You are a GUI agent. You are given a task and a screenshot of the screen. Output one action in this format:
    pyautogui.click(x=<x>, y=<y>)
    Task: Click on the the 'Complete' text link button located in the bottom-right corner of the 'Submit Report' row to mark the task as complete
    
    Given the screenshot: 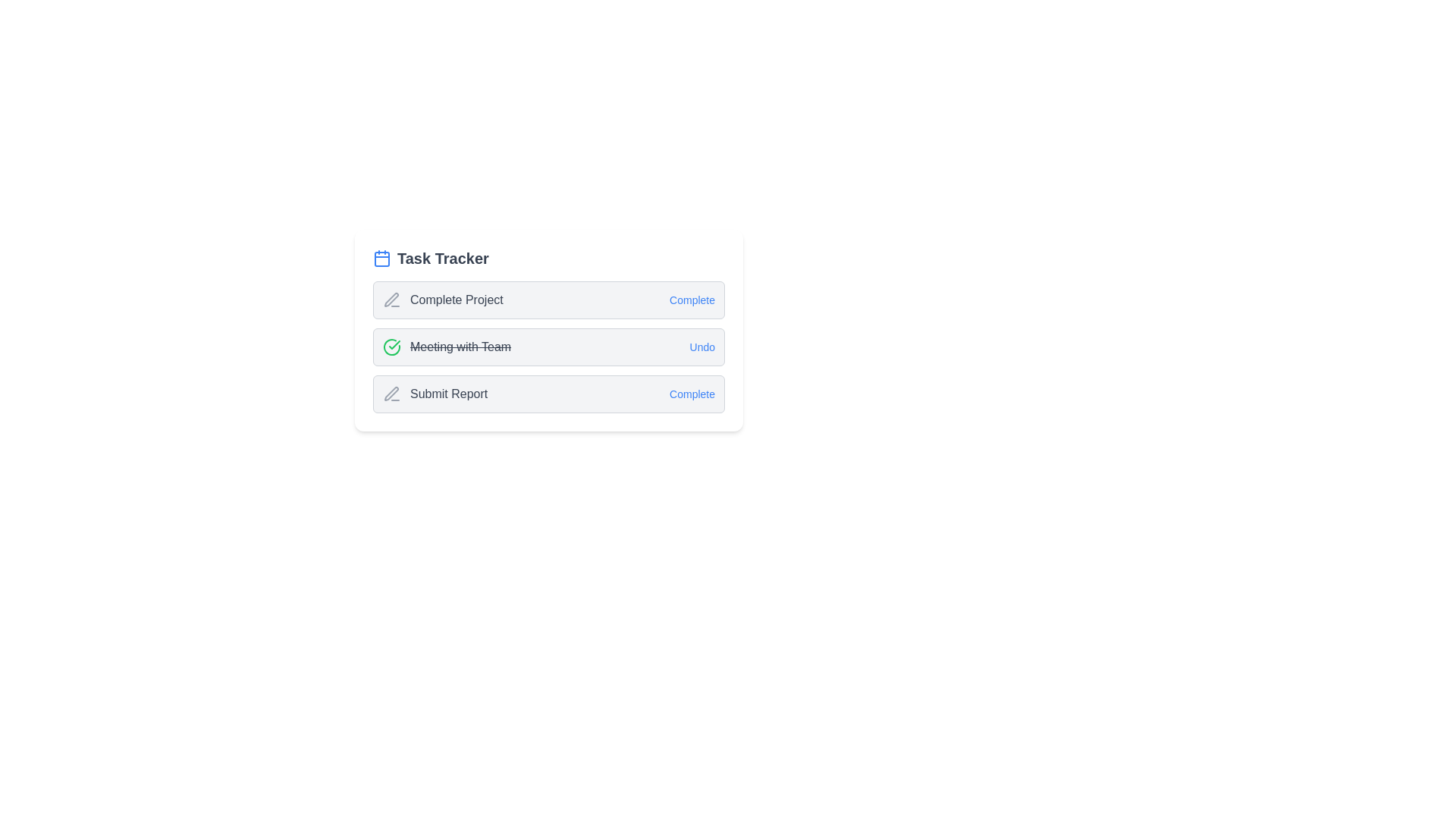 What is the action you would take?
    pyautogui.click(x=691, y=394)
    